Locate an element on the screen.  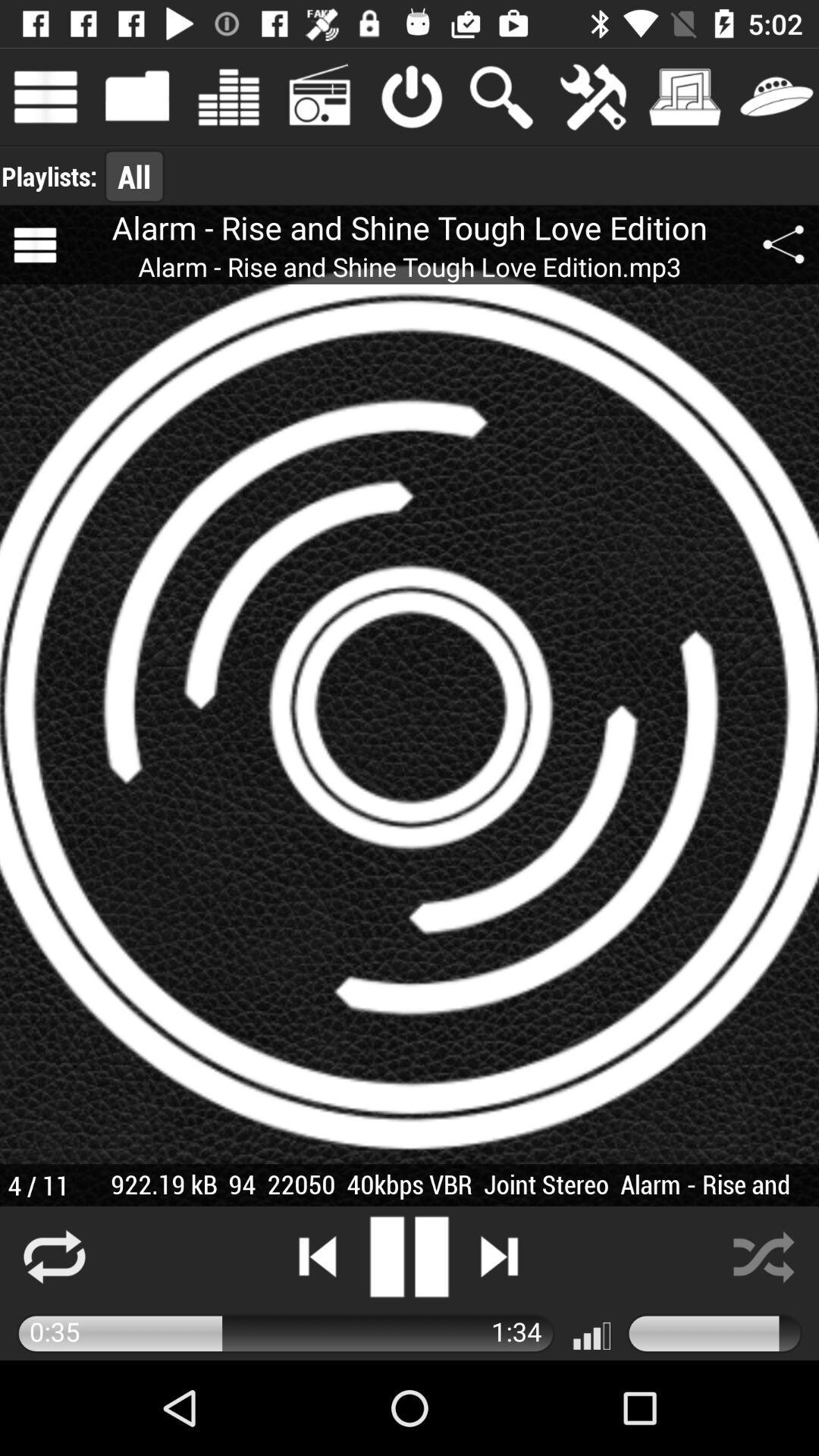
the folder icon is located at coordinates (137, 96).